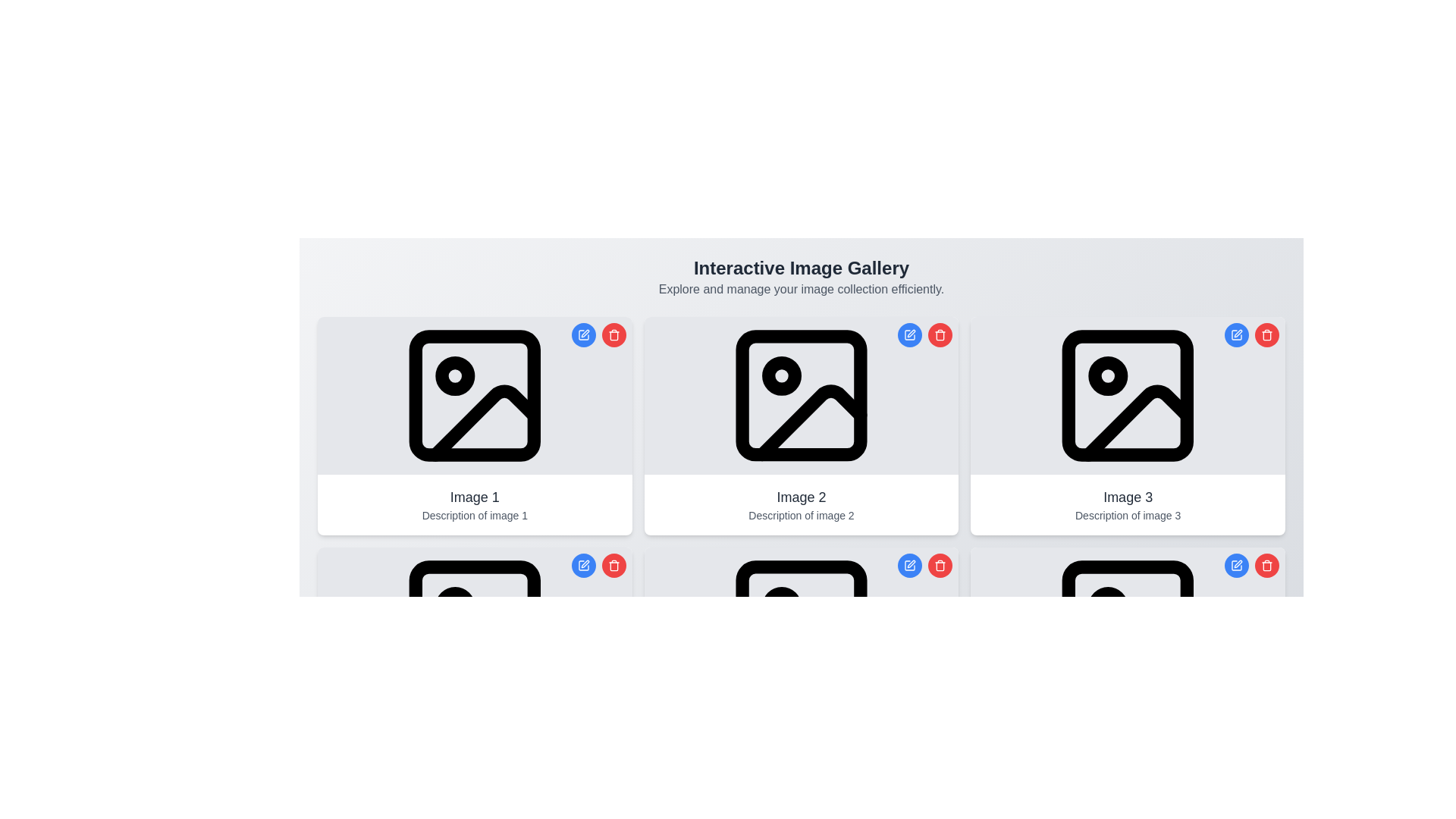 The image size is (1456, 819). I want to click on the button with a pen icon located at the top-left corner of the 'Image 2' card, so click(910, 334).